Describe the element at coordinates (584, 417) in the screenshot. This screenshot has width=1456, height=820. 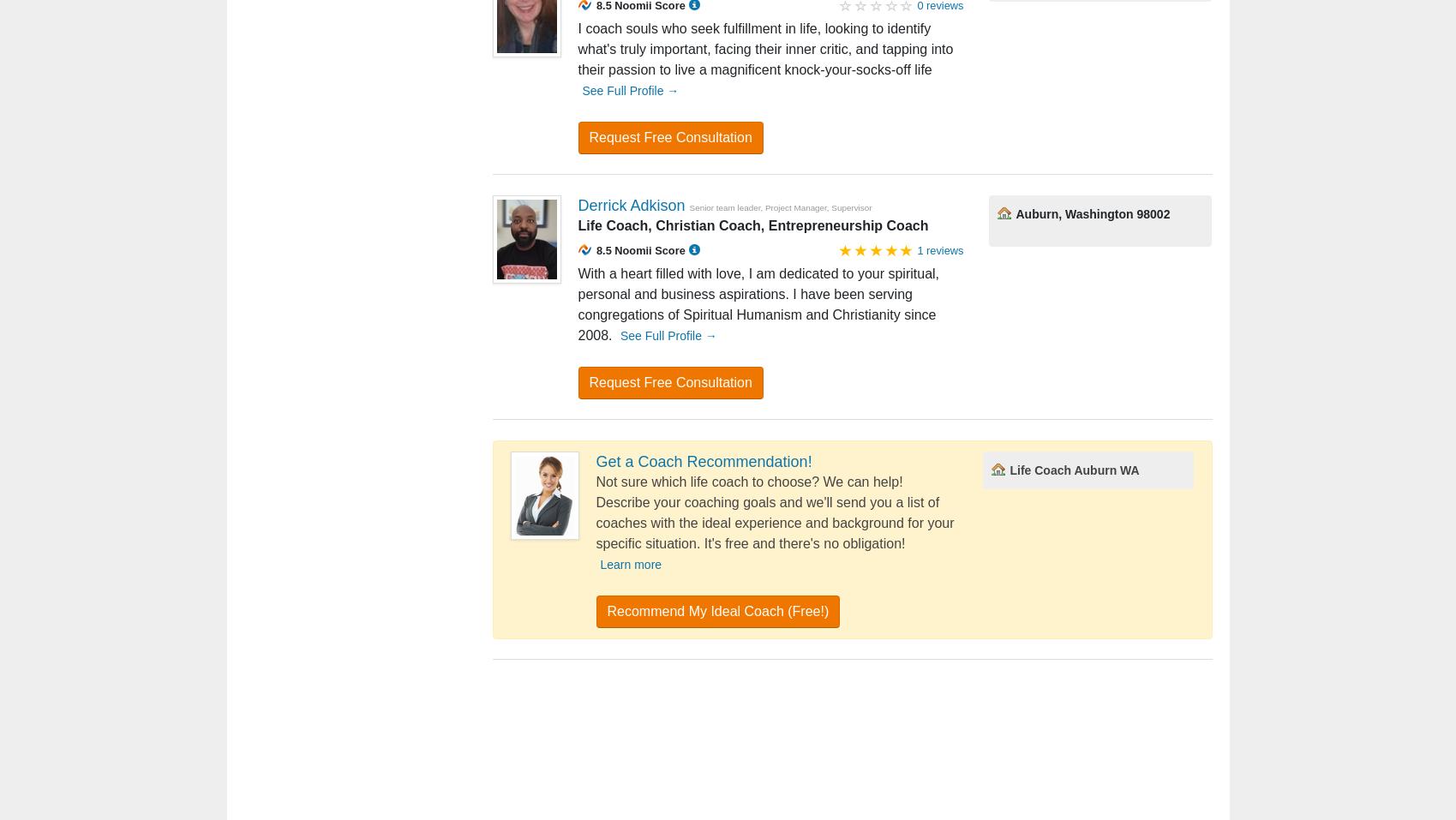
I see `'1'` at that location.